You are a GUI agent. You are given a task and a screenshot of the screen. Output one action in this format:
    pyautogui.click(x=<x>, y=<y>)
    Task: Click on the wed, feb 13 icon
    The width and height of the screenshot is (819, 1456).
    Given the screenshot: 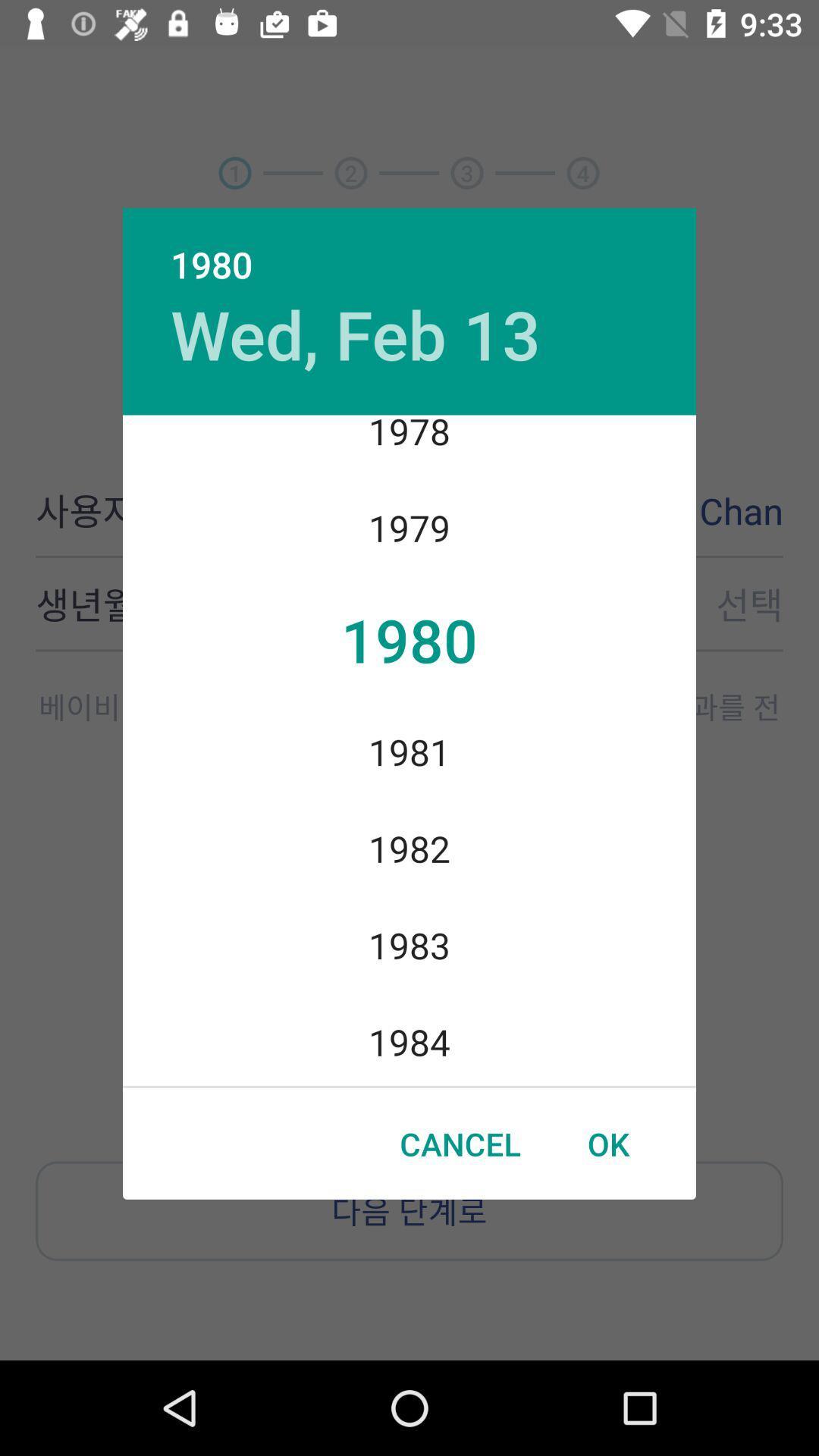 What is the action you would take?
    pyautogui.click(x=356, y=333)
    